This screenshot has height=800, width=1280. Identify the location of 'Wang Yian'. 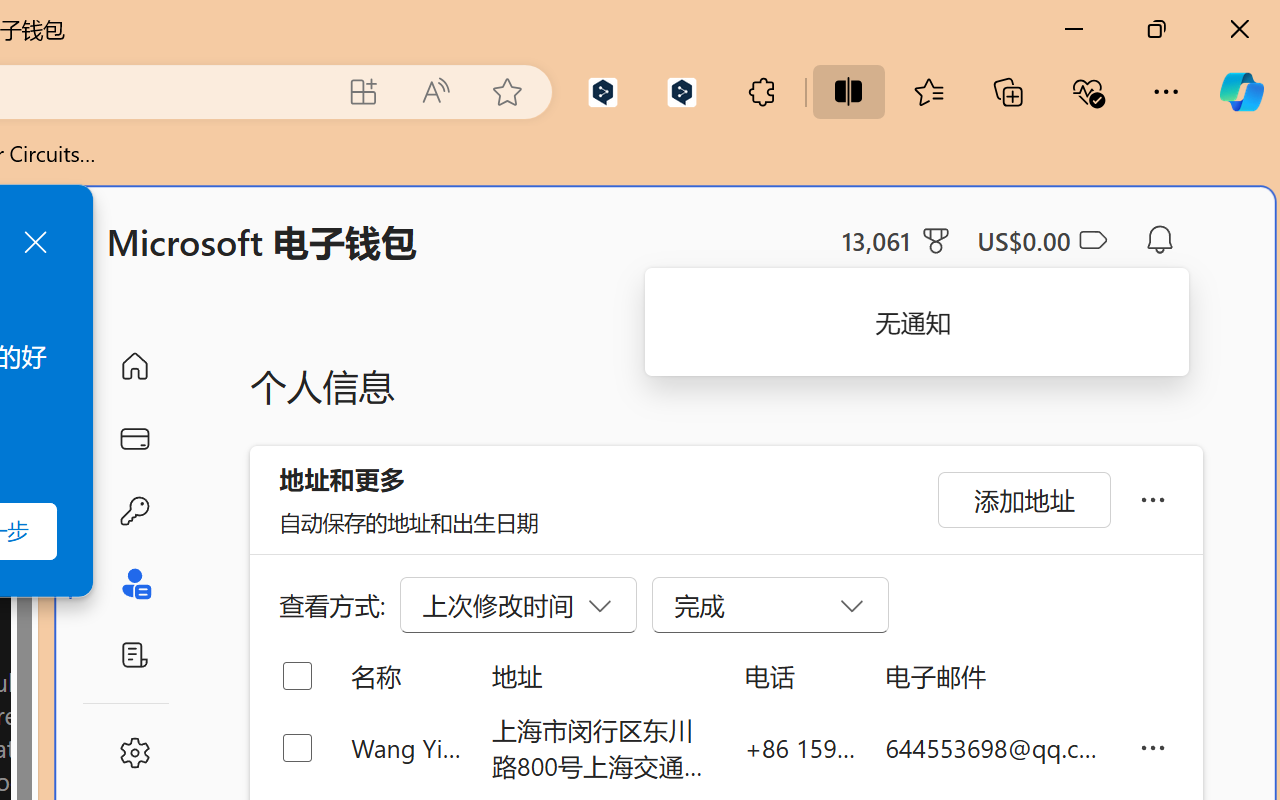
(405, 747).